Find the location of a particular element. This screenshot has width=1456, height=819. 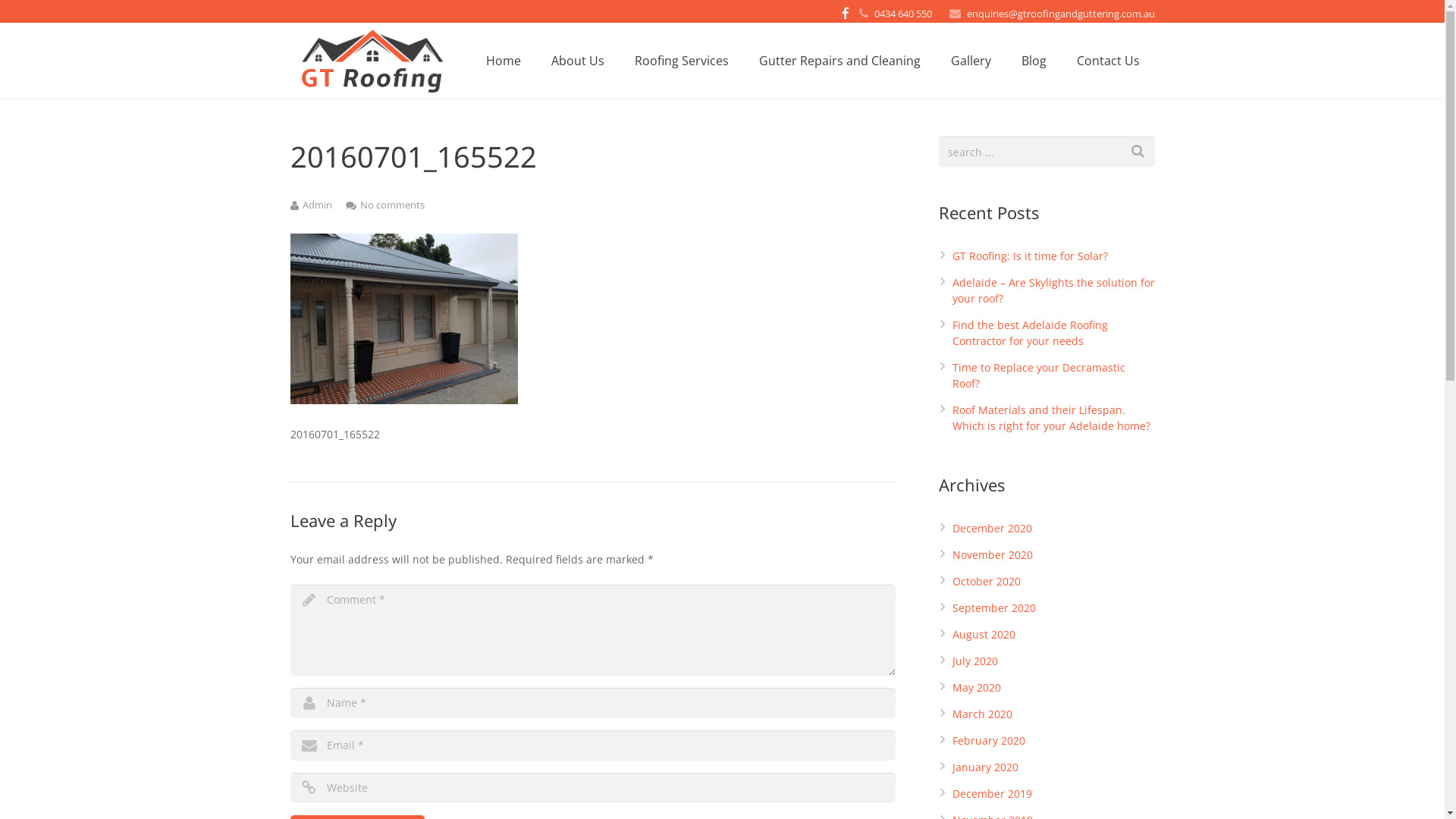

'May 2020' is located at coordinates (976, 687).